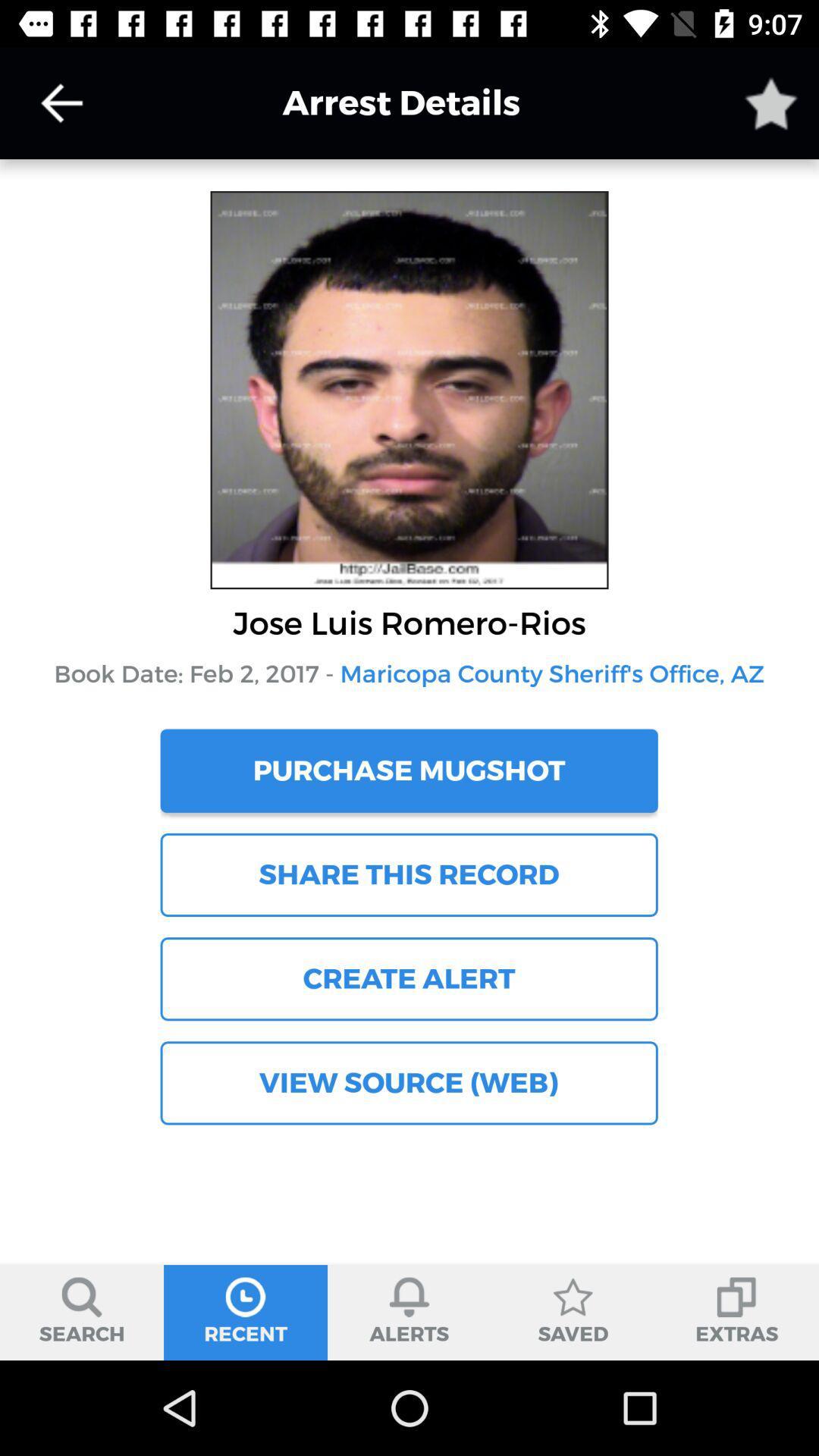  What do you see at coordinates (408, 874) in the screenshot?
I see `the share this record` at bounding box center [408, 874].